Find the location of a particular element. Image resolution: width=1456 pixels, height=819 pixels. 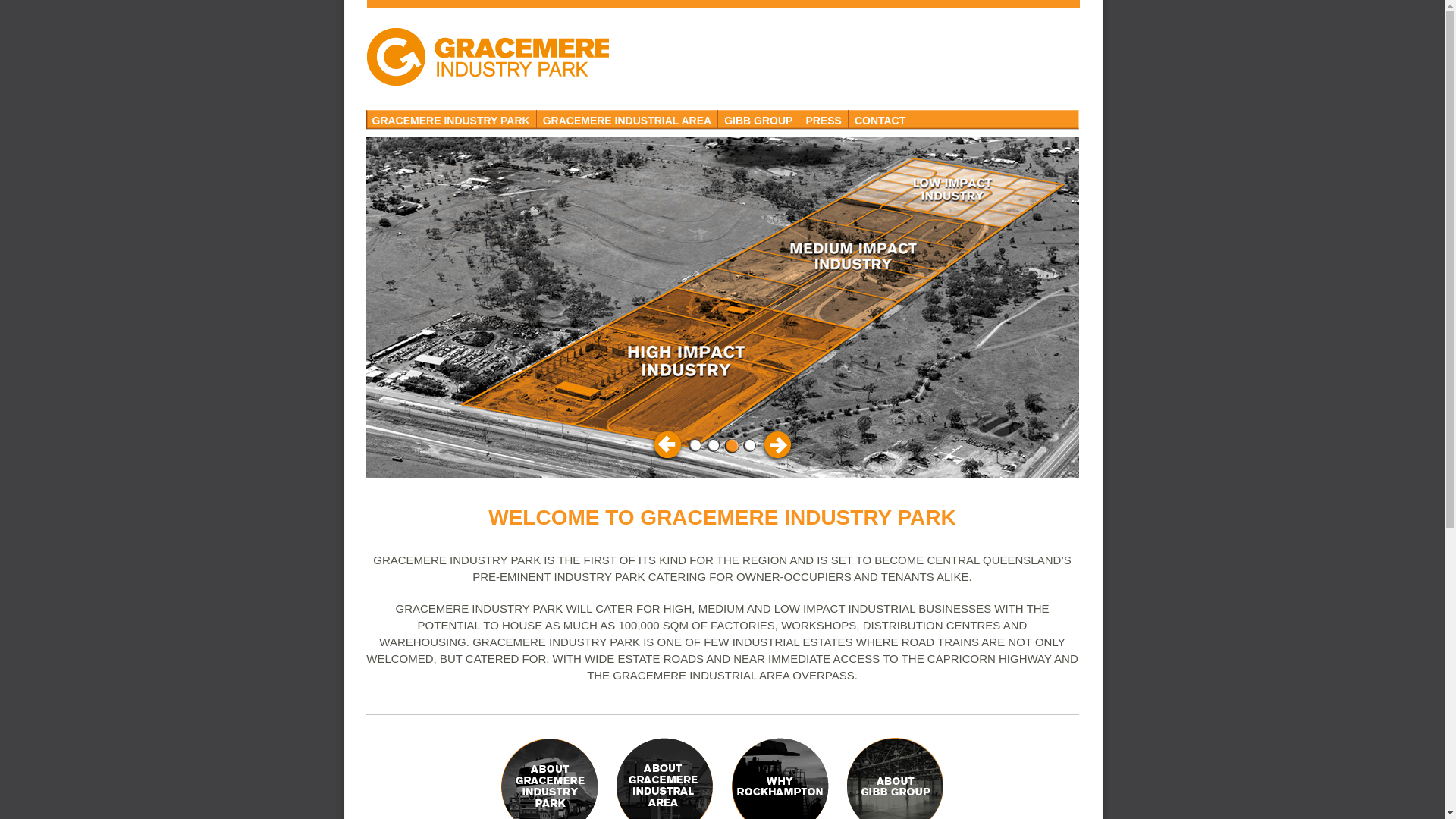

'Prev' is located at coordinates (651, 444).